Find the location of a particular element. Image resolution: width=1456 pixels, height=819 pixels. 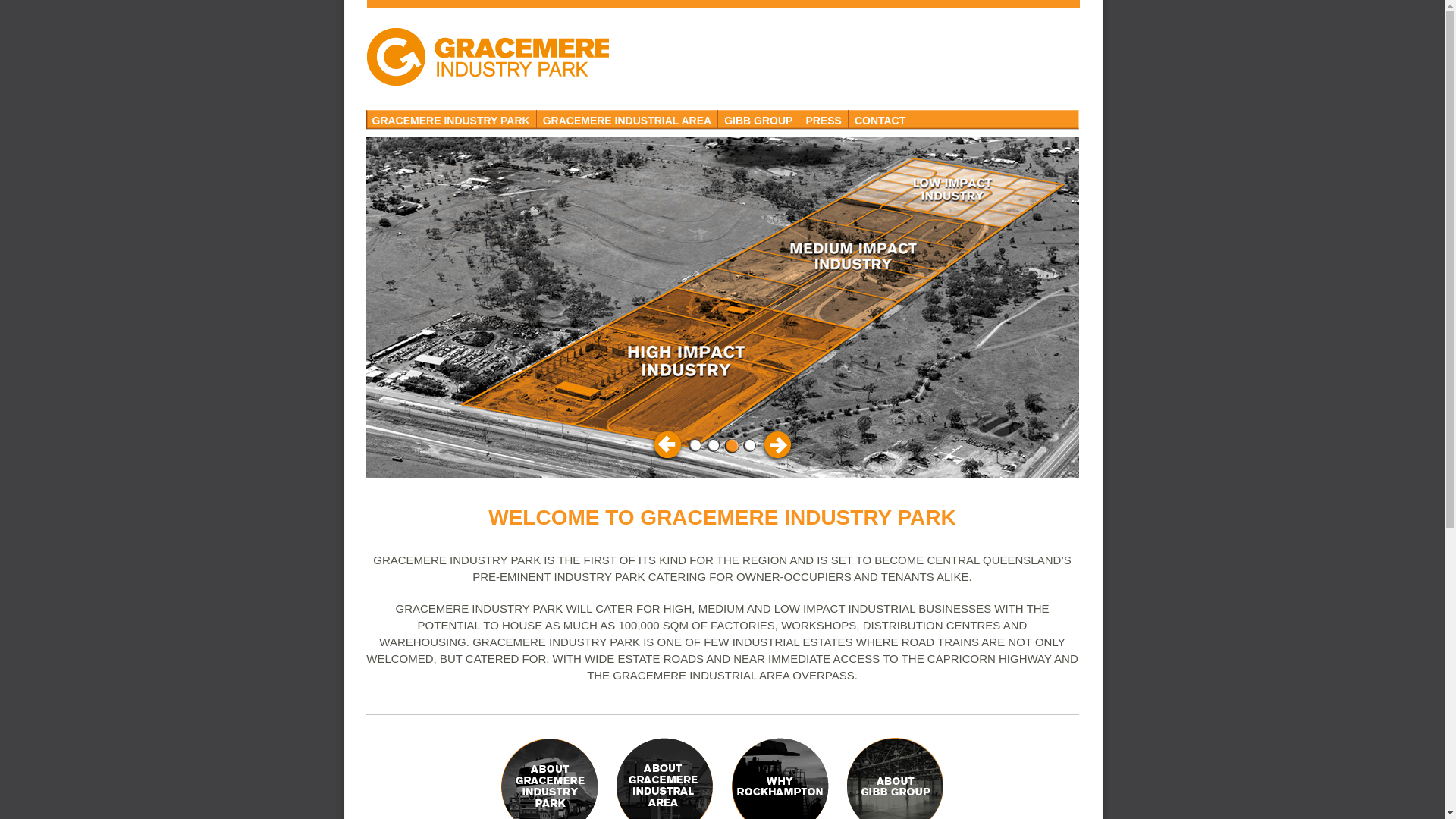

'Prev' is located at coordinates (651, 444).